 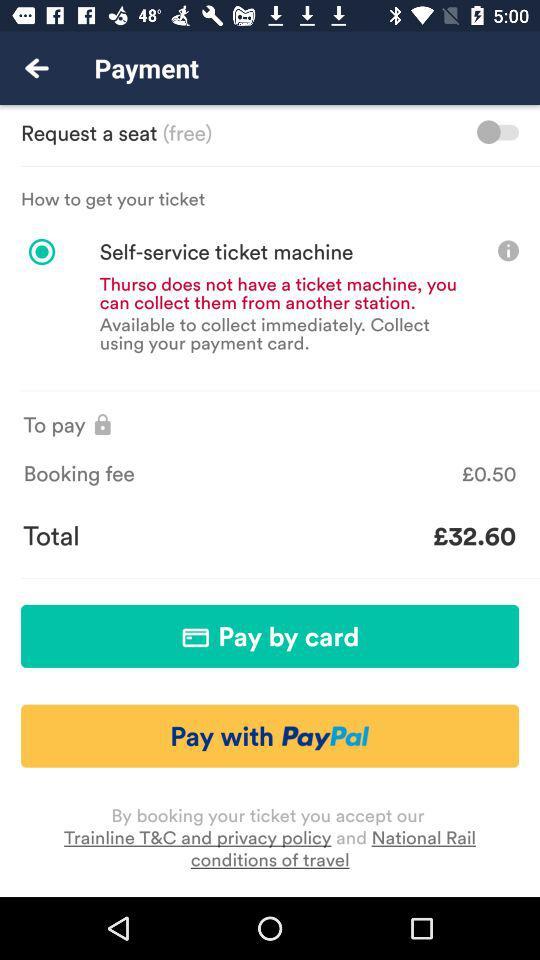 What do you see at coordinates (508, 249) in the screenshot?
I see `the info icon` at bounding box center [508, 249].